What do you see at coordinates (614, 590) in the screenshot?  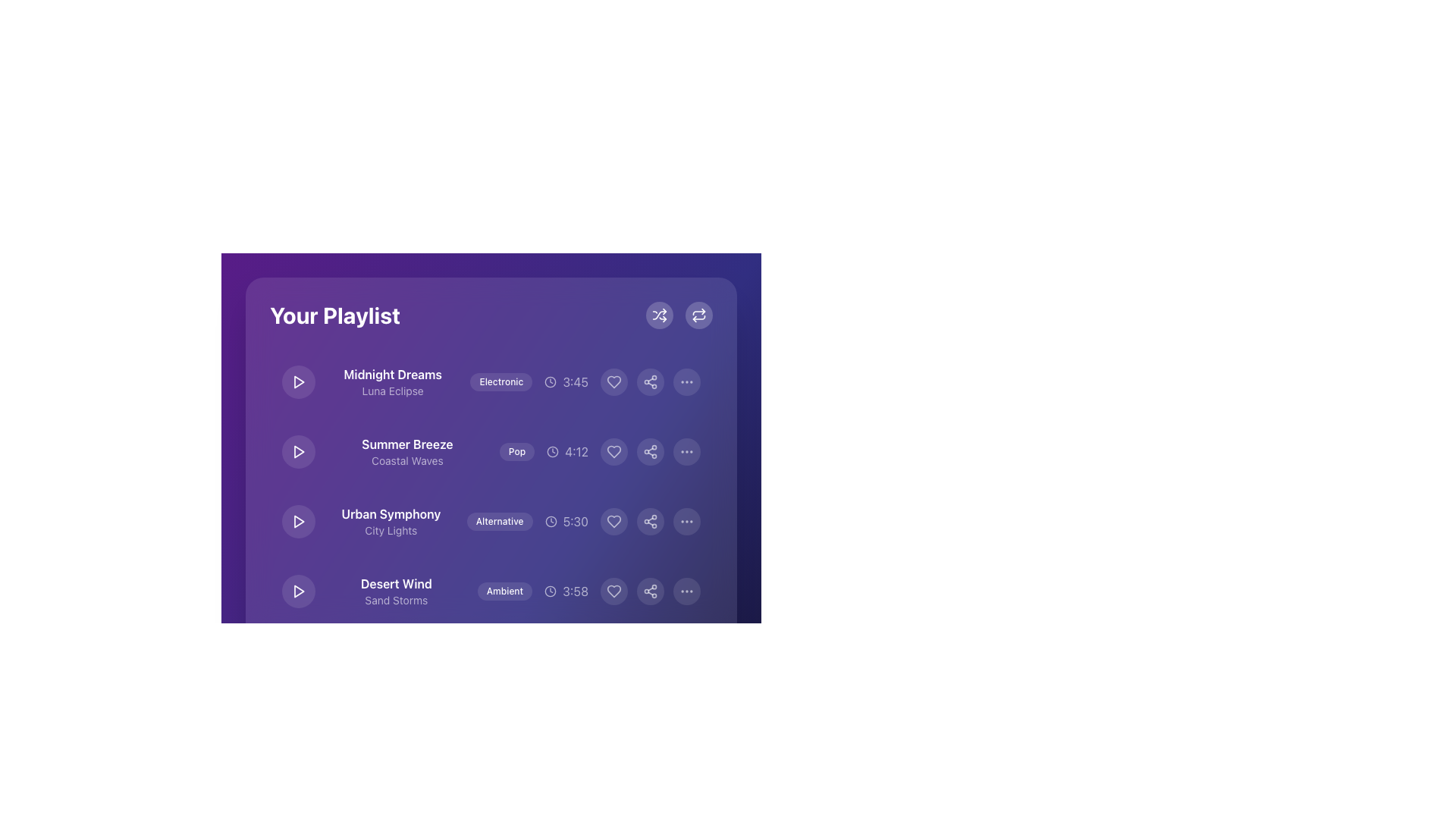 I see `the heart-shaped icon button on the far right side of the row for the song 'Desert Wind'` at bounding box center [614, 590].